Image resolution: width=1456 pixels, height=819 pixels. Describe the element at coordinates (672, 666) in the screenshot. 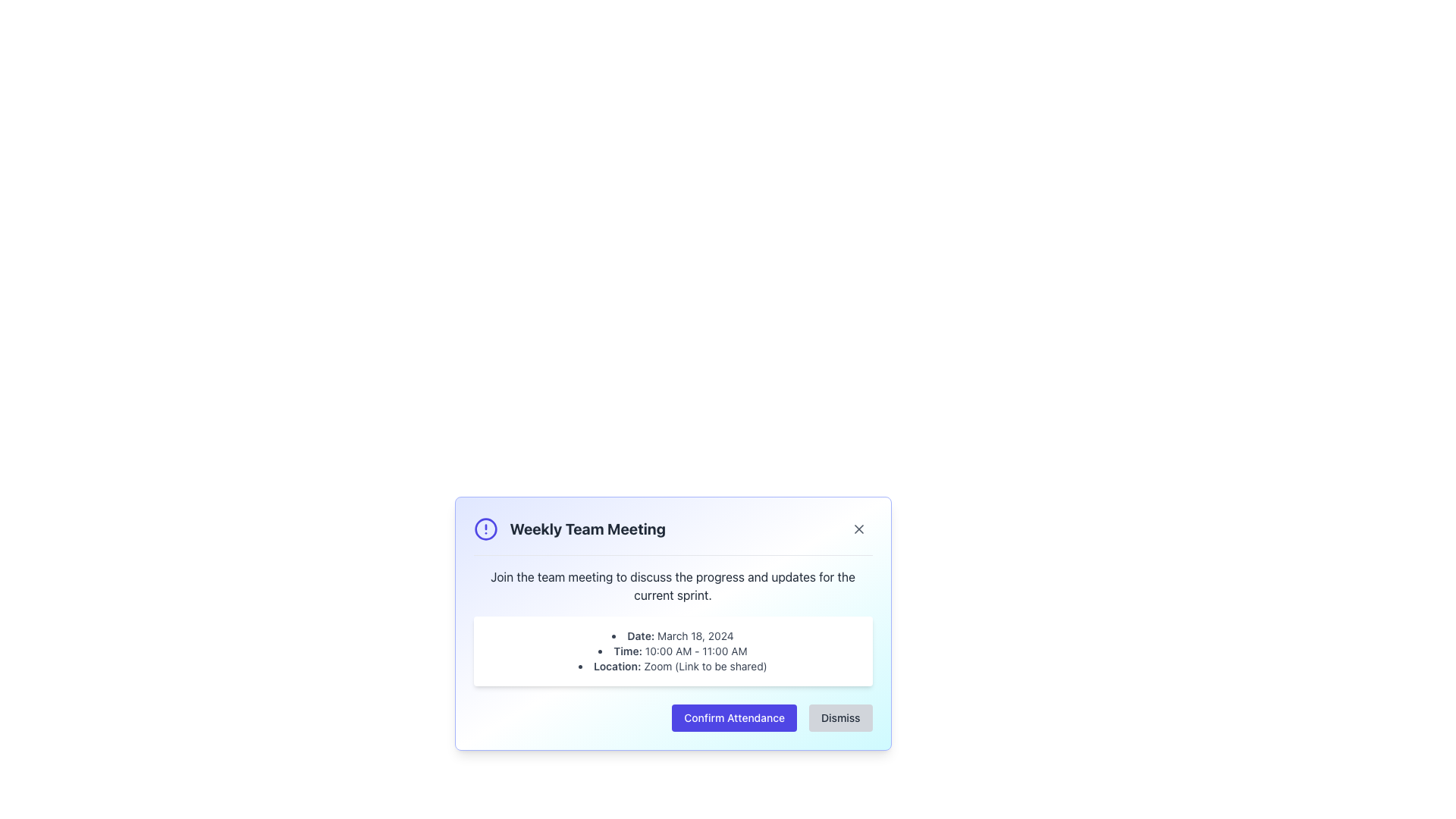

I see `information from the text element that reads 'Location: Zoom (Link to be shared)', which is the third line of a bulleted list under the section header 'Weekly Team Meeting'` at that location.